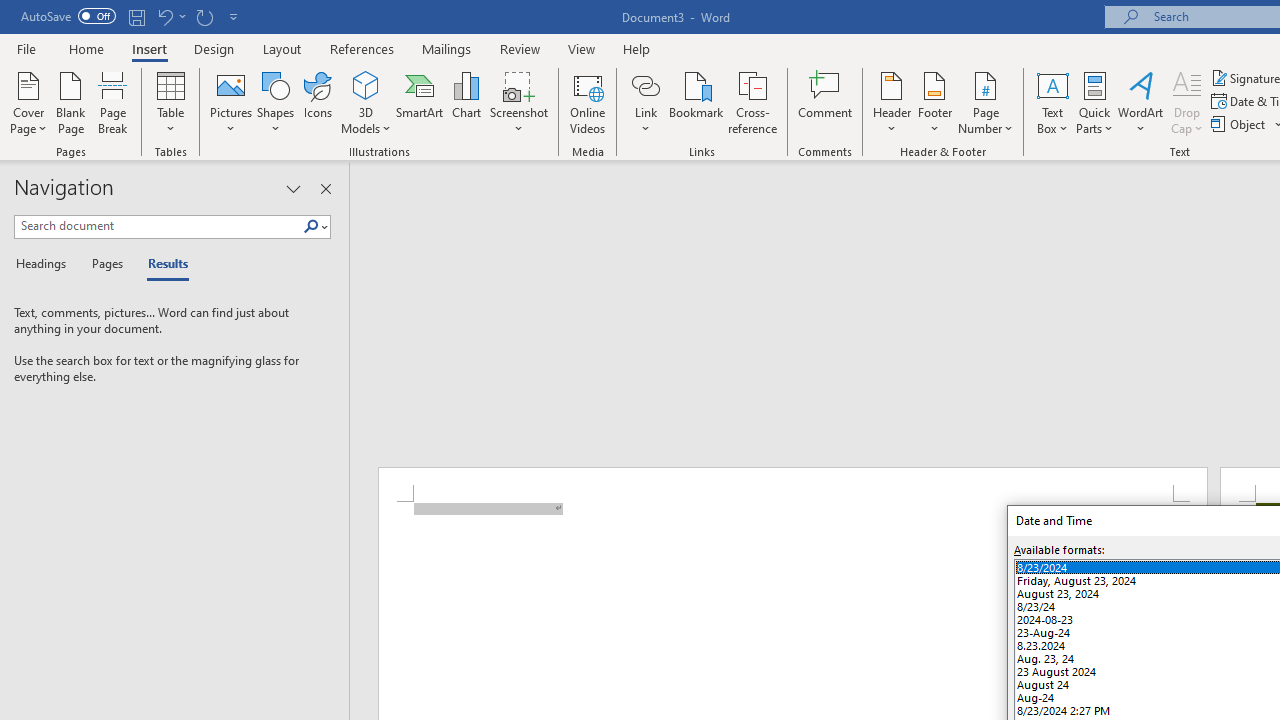 This screenshot has width=1280, height=720. What do you see at coordinates (465, 103) in the screenshot?
I see `'Chart...'` at bounding box center [465, 103].